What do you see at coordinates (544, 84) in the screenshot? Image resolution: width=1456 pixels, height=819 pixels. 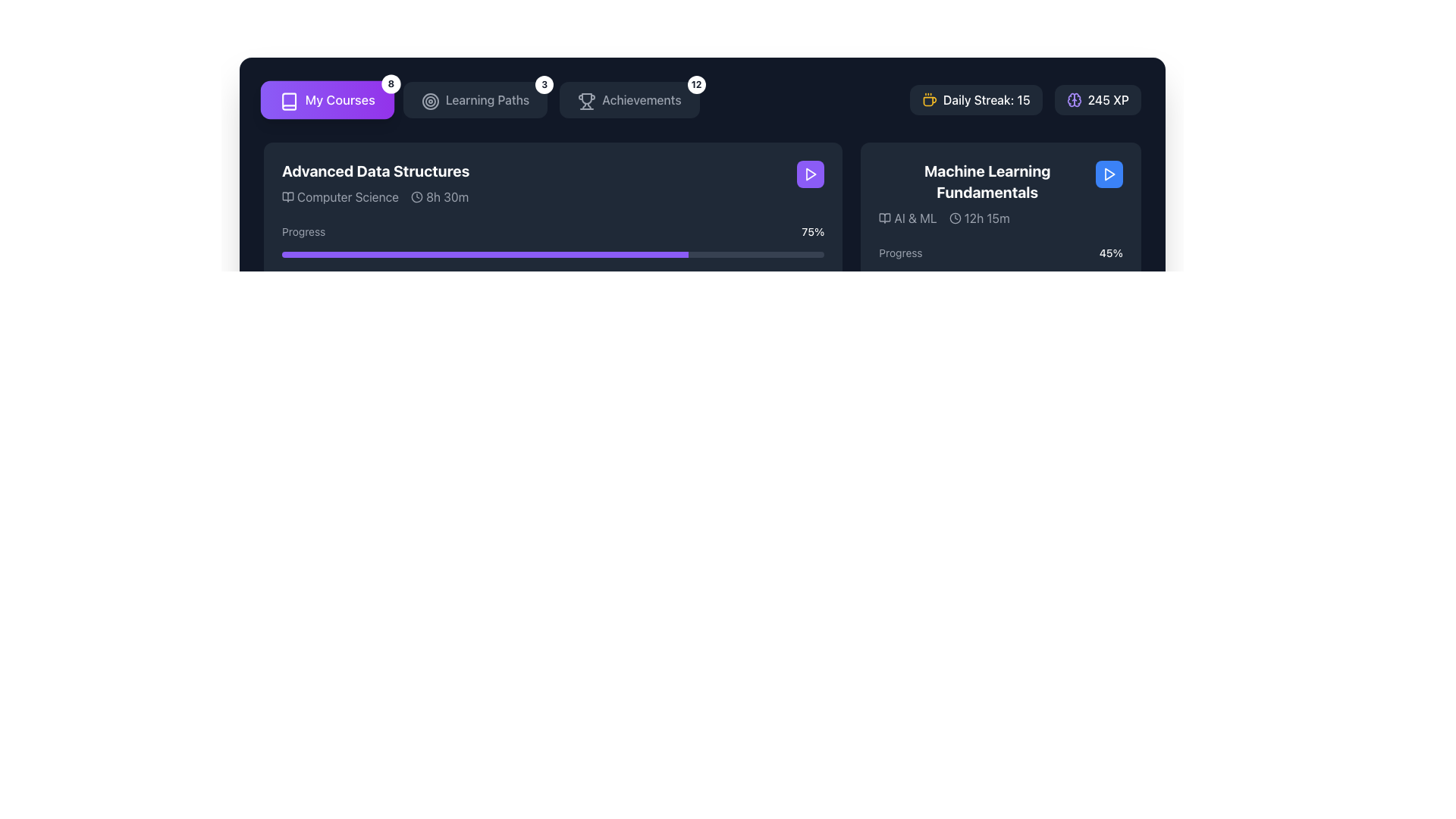 I see `the circular badge displaying the number '3' that overlays the top-right corner of the 'Learning Paths' button` at bounding box center [544, 84].